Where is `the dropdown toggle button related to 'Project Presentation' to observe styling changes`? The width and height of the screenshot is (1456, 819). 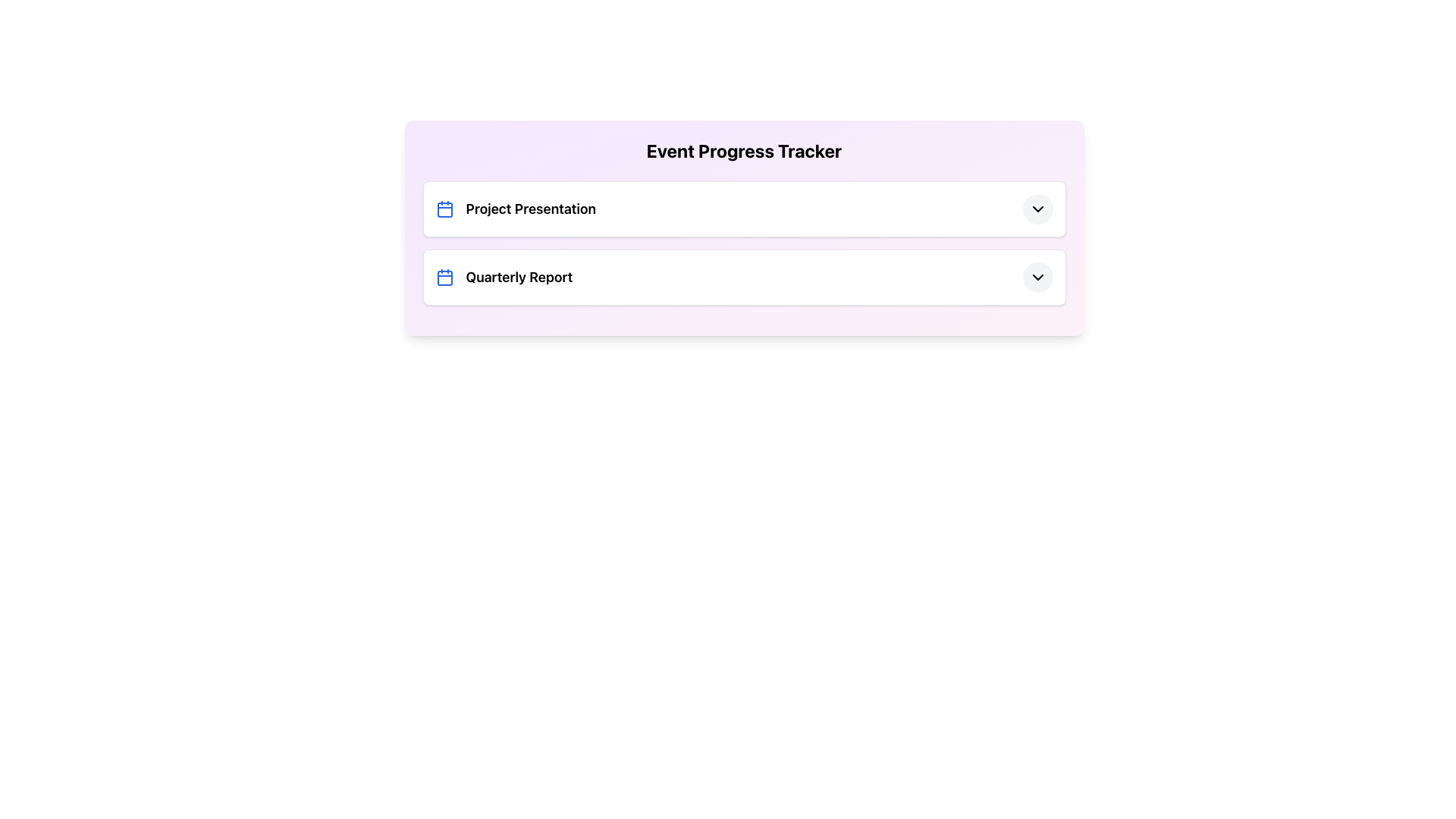
the dropdown toggle button related to 'Project Presentation' to observe styling changes is located at coordinates (1037, 209).